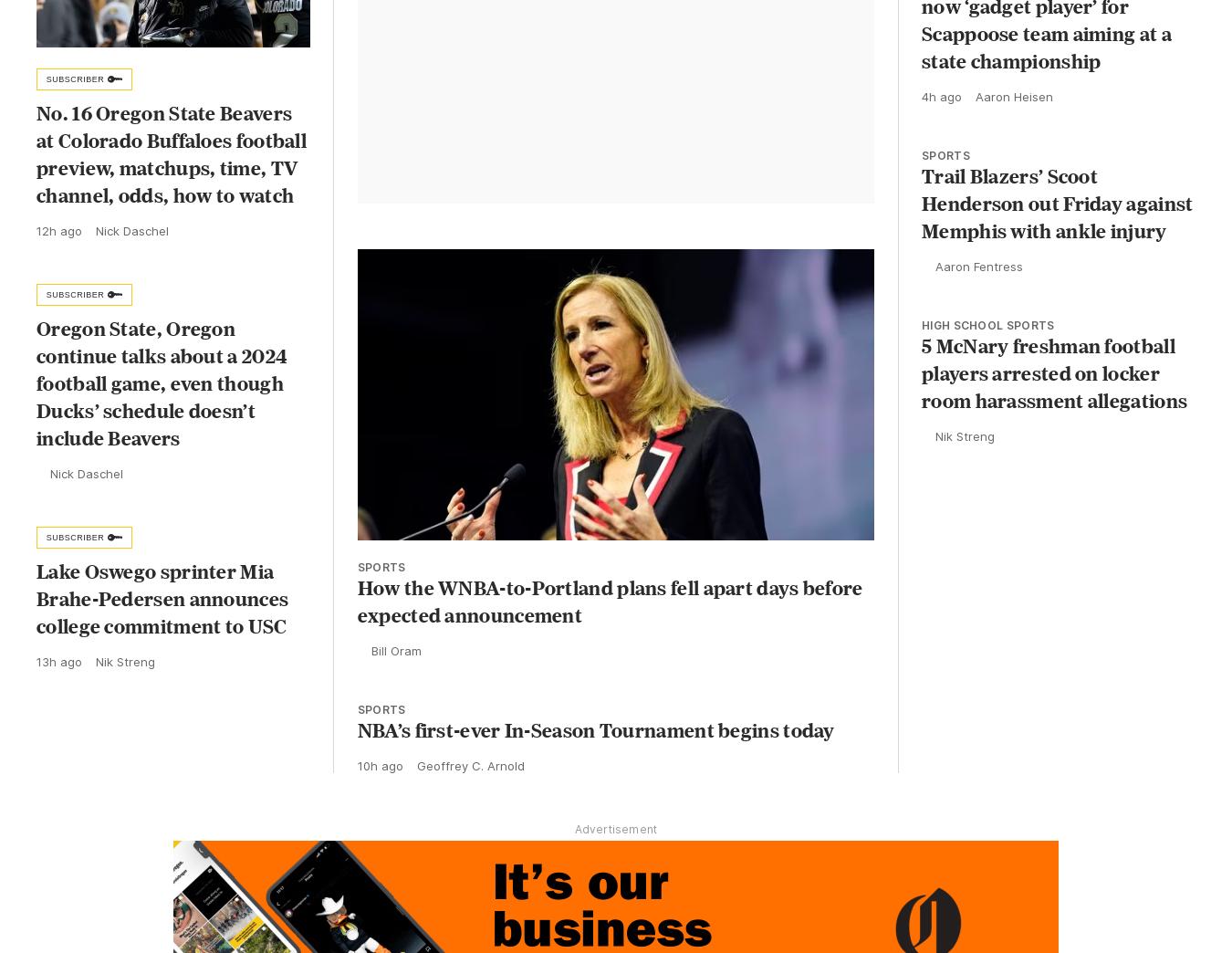 The height and width of the screenshot is (953, 1232). Describe the element at coordinates (35, 235) in the screenshot. I see `'12h ago'` at that location.